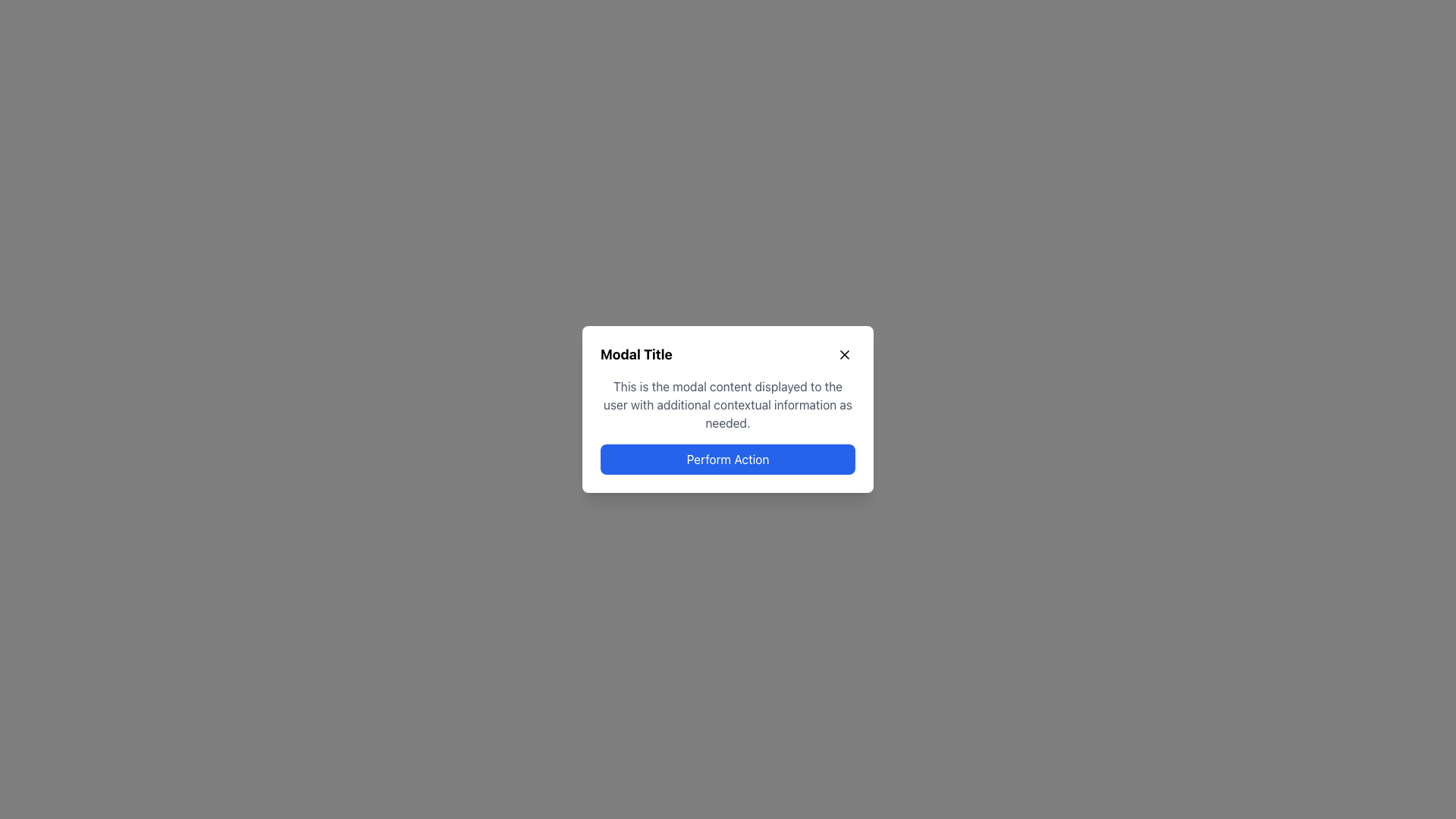  What do you see at coordinates (728, 403) in the screenshot?
I see `the text block that contains the message 'This is the modal content displayed to the user with additional contextual information as needed.' positioned centrally within the modal, below the title area and above the action button` at bounding box center [728, 403].